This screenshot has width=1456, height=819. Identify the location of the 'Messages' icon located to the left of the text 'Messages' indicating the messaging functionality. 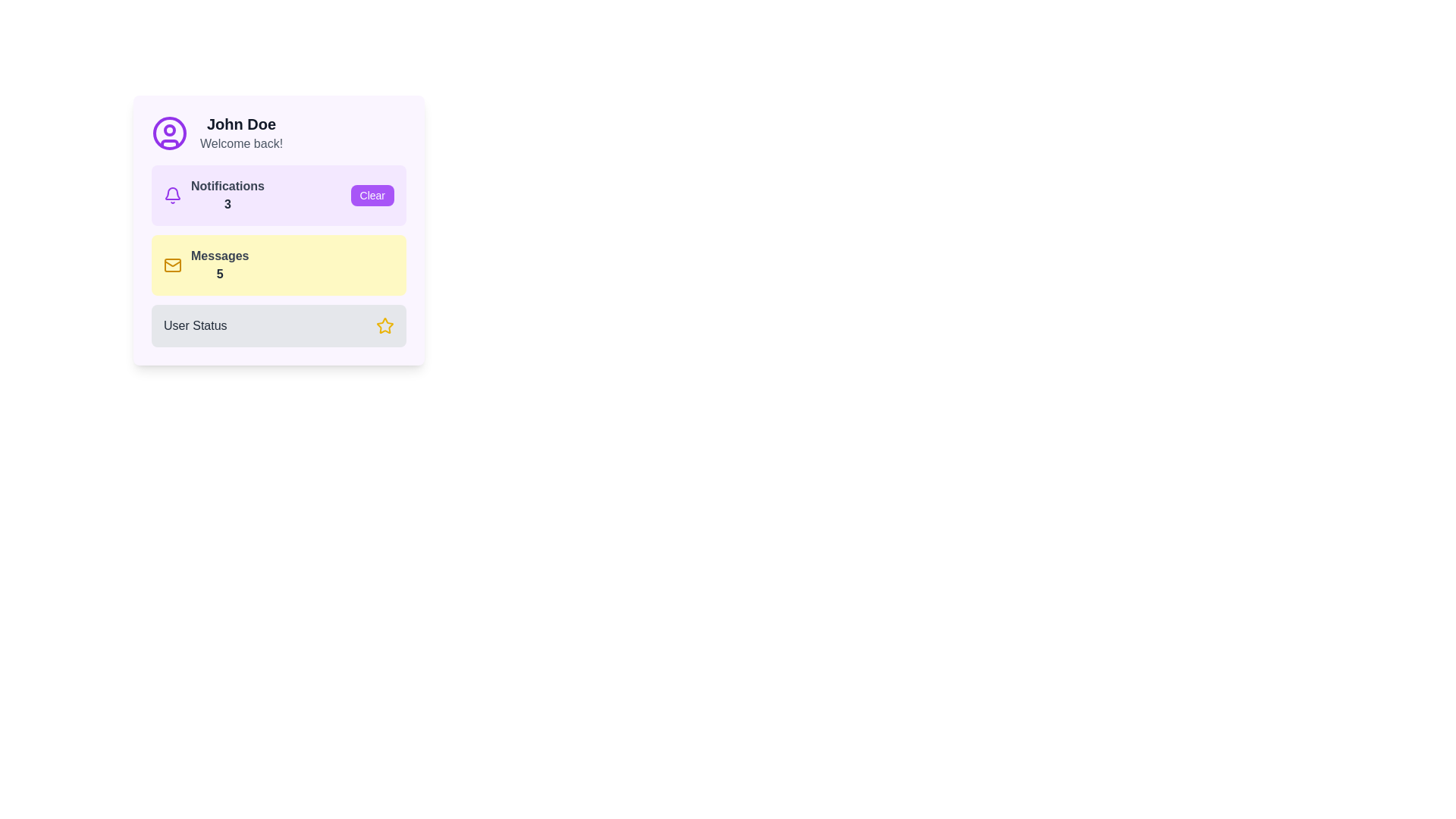
(172, 265).